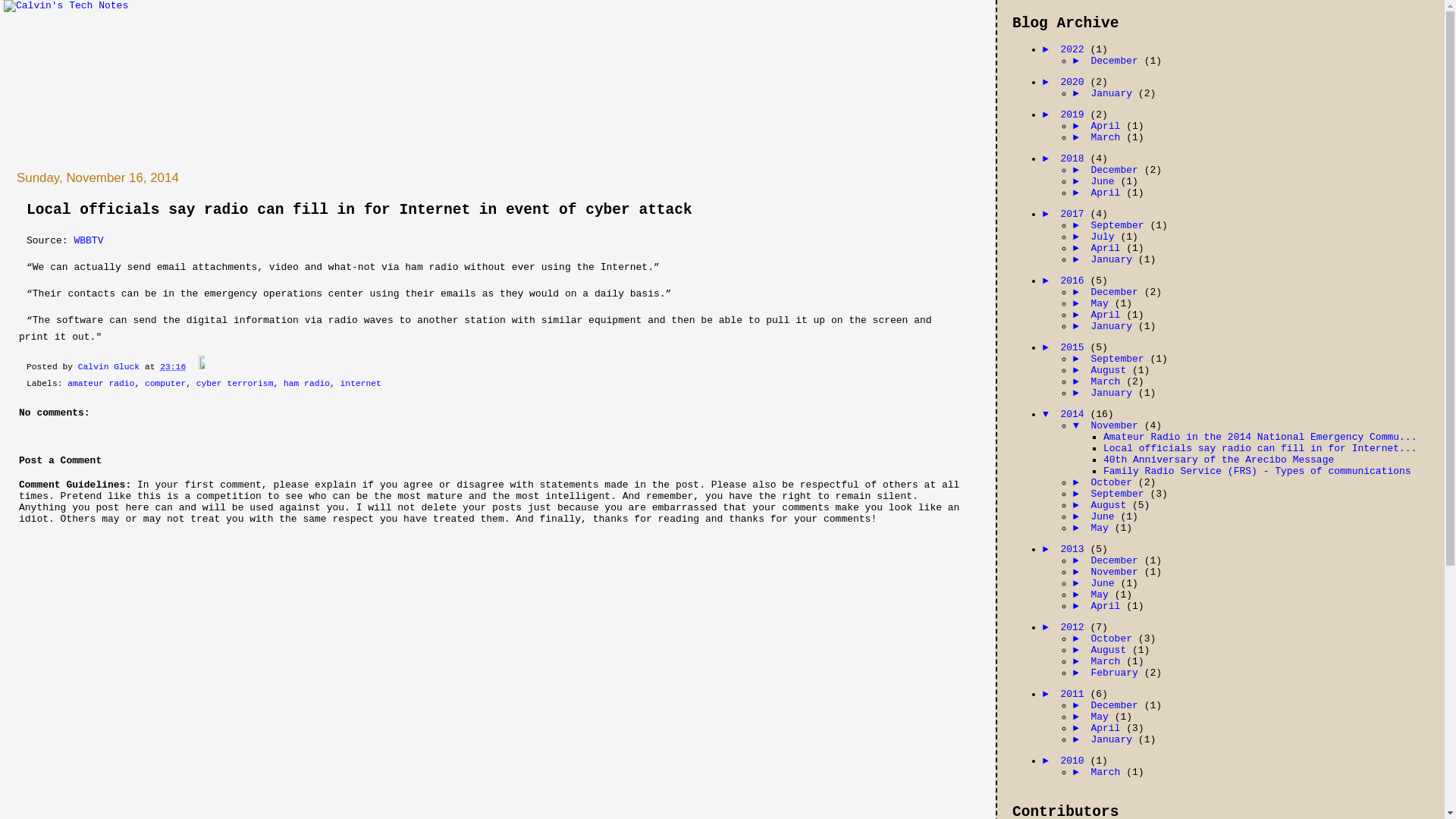  Describe the element at coordinates (172, 366) in the screenshot. I see `'23:16'` at that location.